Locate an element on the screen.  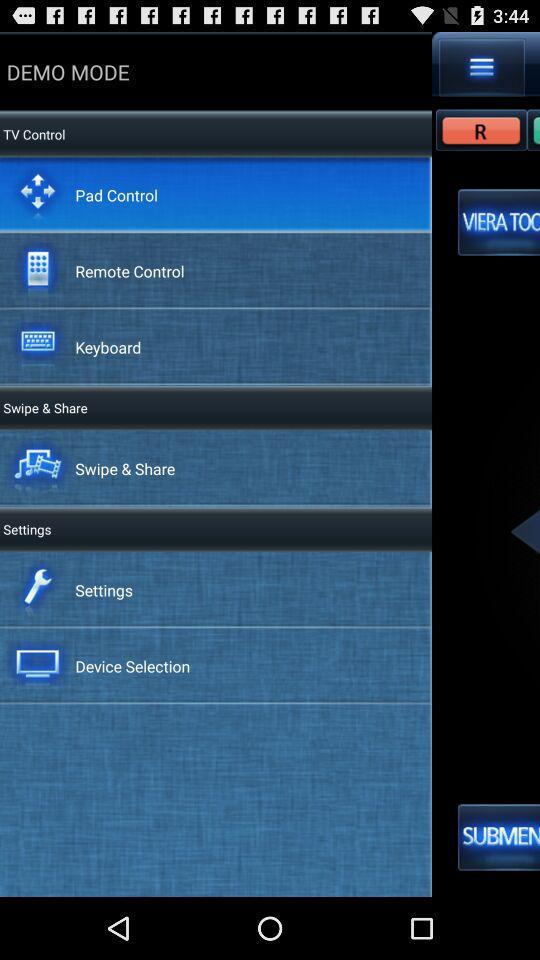
submit button is located at coordinates (498, 837).